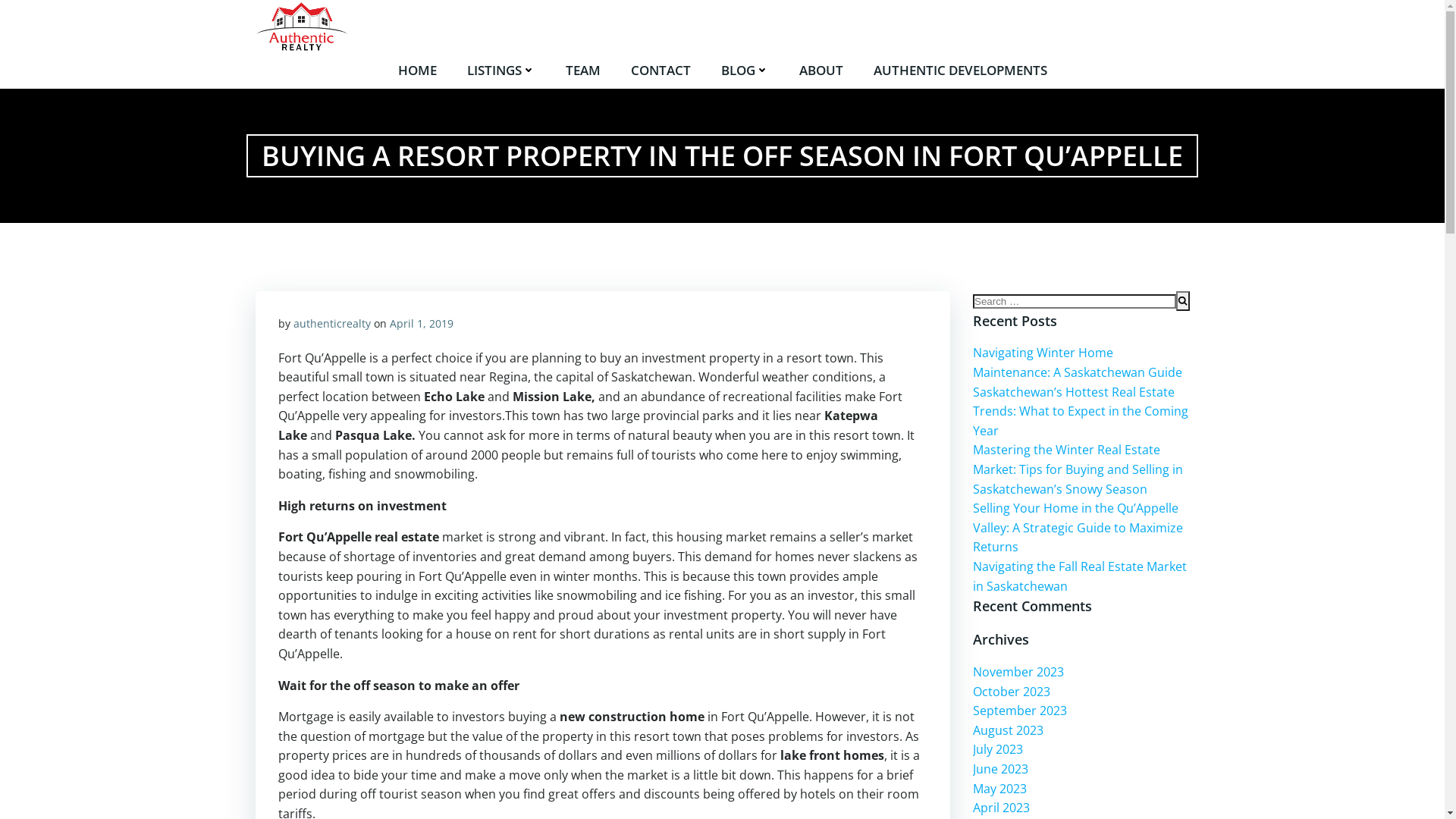 The image size is (1456, 819). What do you see at coordinates (1018, 671) in the screenshot?
I see `'November 2023'` at bounding box center [1018, 671].